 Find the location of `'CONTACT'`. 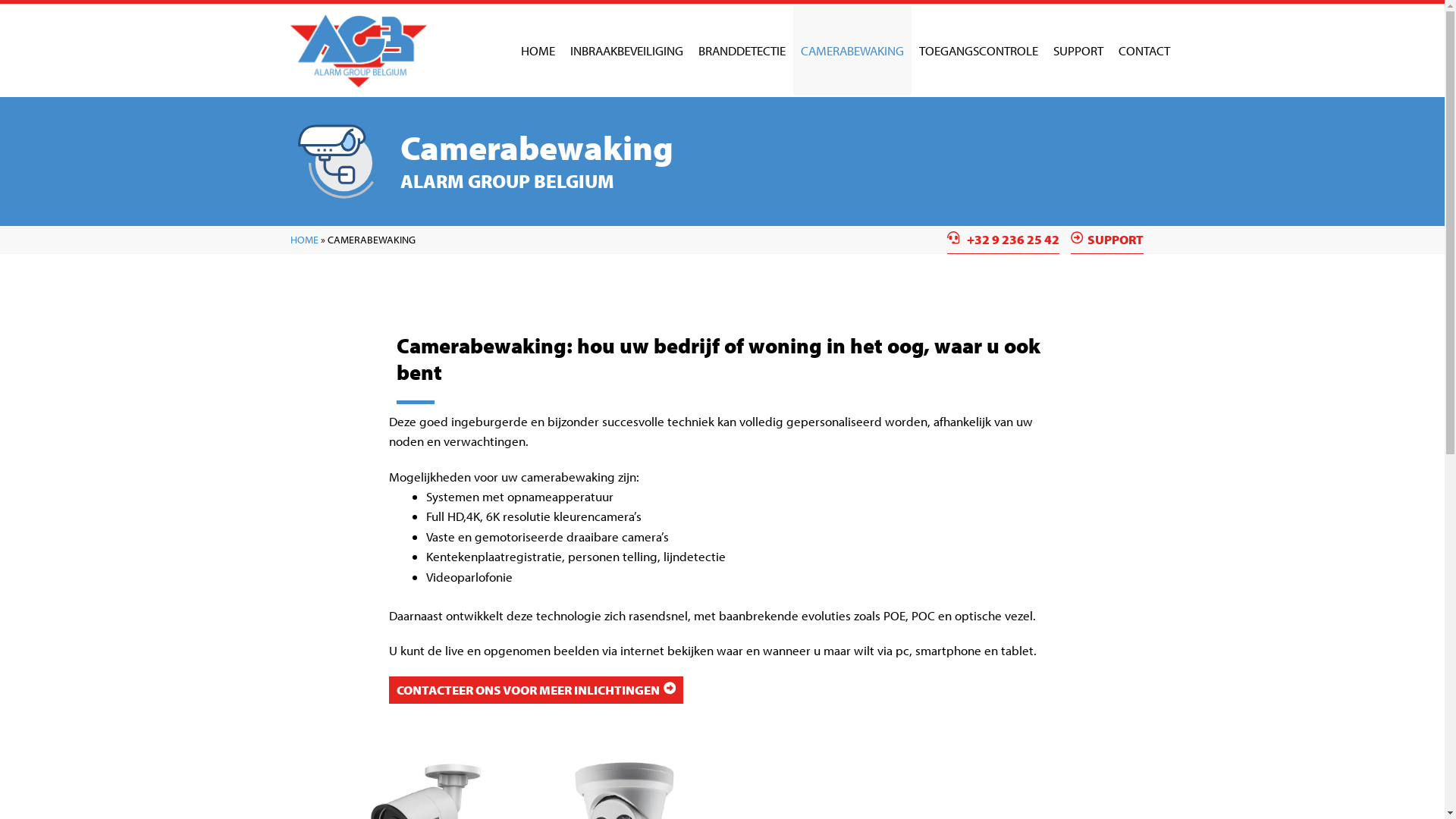

'CONTACT' is located at coordinates (1143, 49).